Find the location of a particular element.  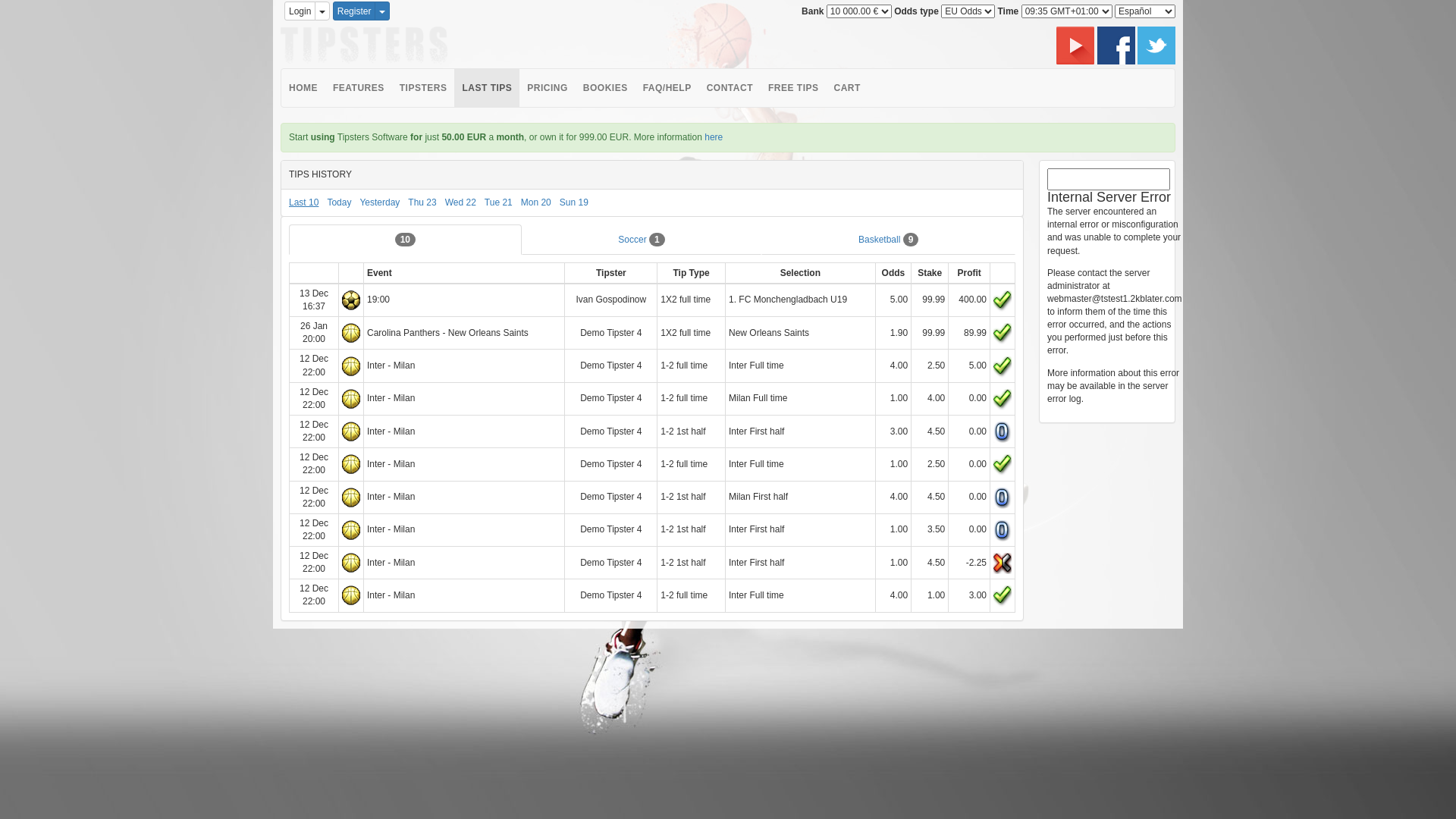

'Mon 20' is located at coordinates (535, 201).